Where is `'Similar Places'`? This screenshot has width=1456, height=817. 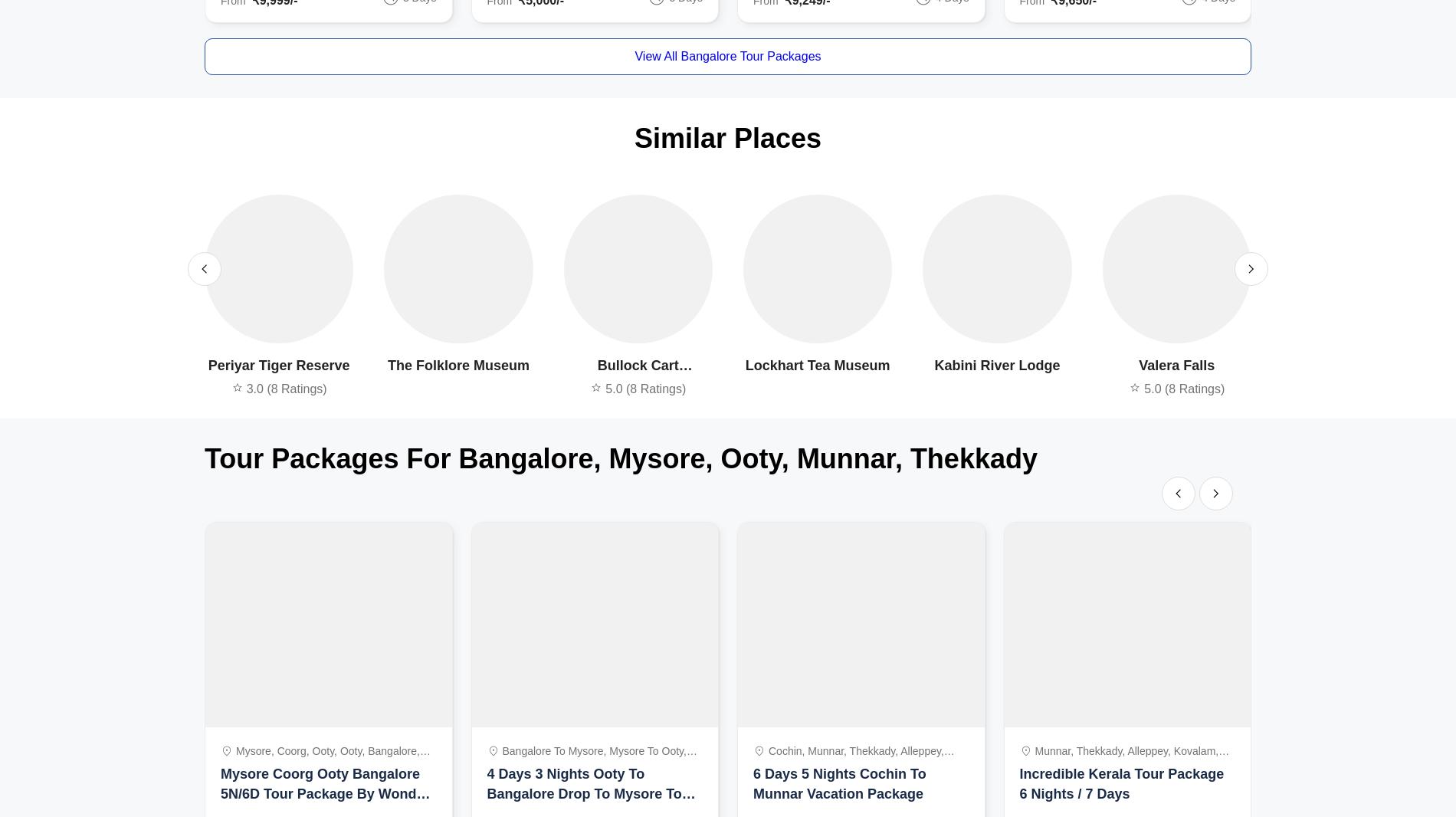 'Similar Places' is located at coordinates (726, 137).